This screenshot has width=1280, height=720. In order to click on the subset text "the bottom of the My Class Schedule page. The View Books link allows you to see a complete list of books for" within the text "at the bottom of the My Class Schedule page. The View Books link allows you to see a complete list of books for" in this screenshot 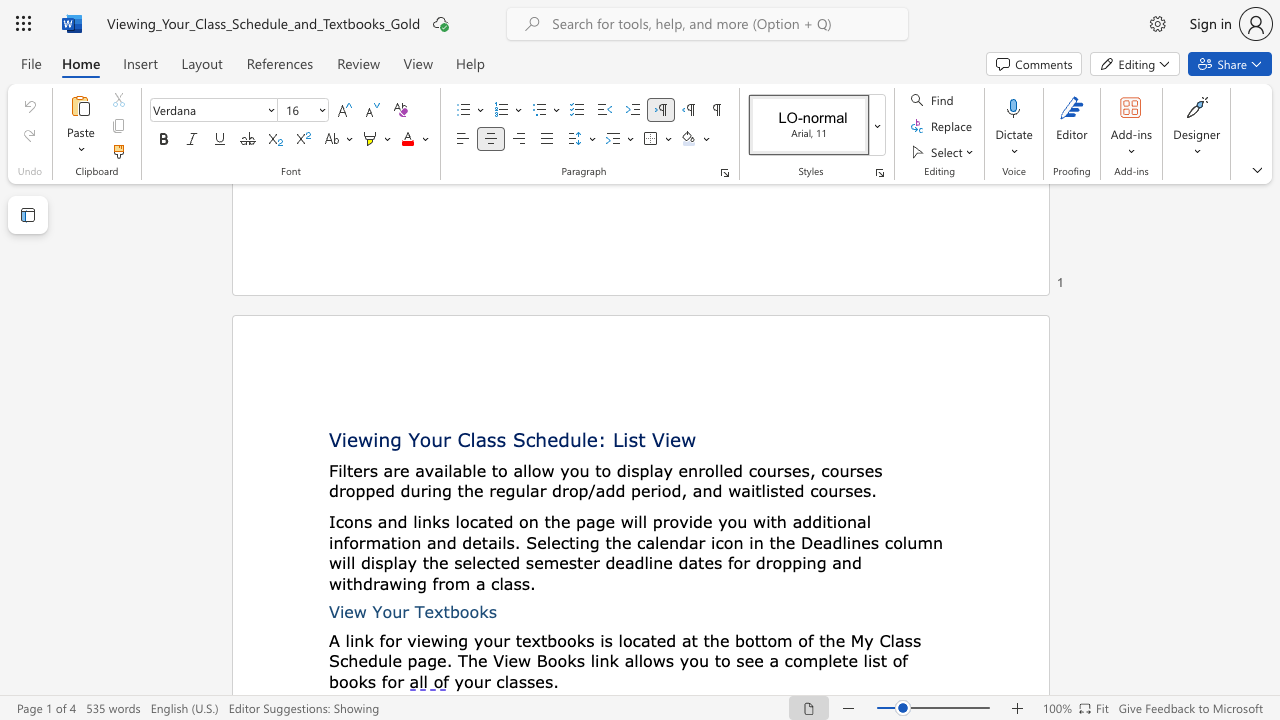, I will do `click(703, 640)`.